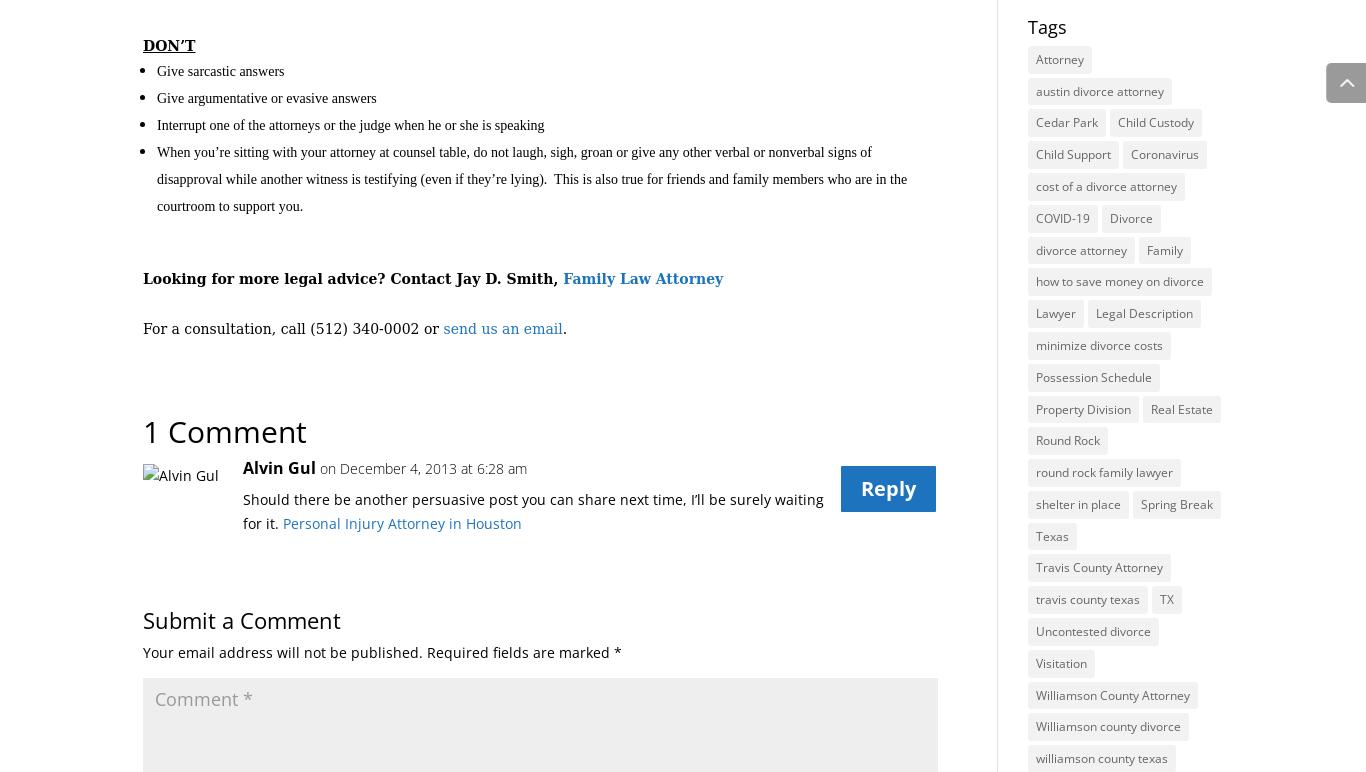 The image size is (1366, 772). I want to click on 'Texas', so click(1034, 535).